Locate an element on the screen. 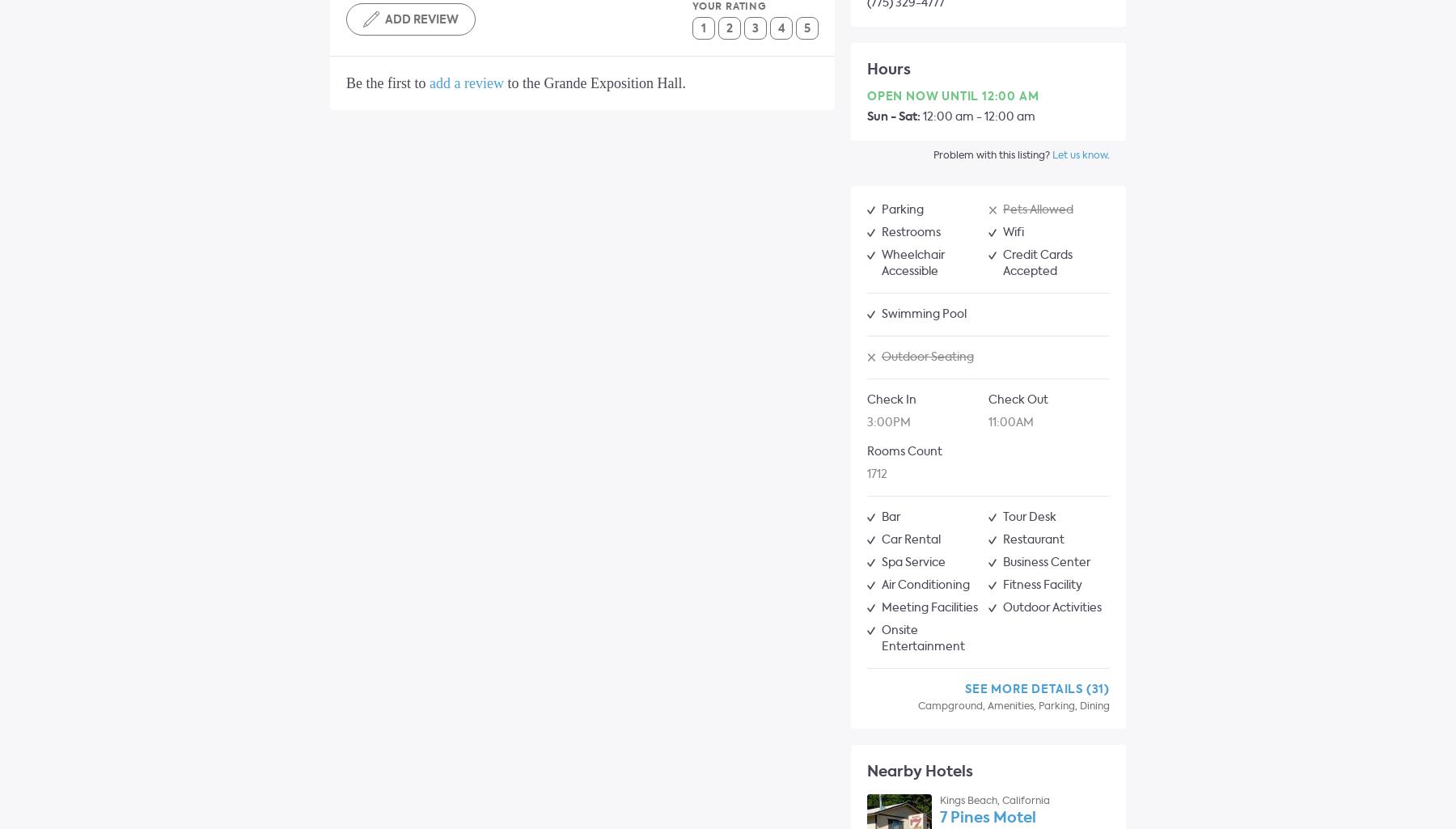  'Air Conditioning' is located at coordinates (925, 584).